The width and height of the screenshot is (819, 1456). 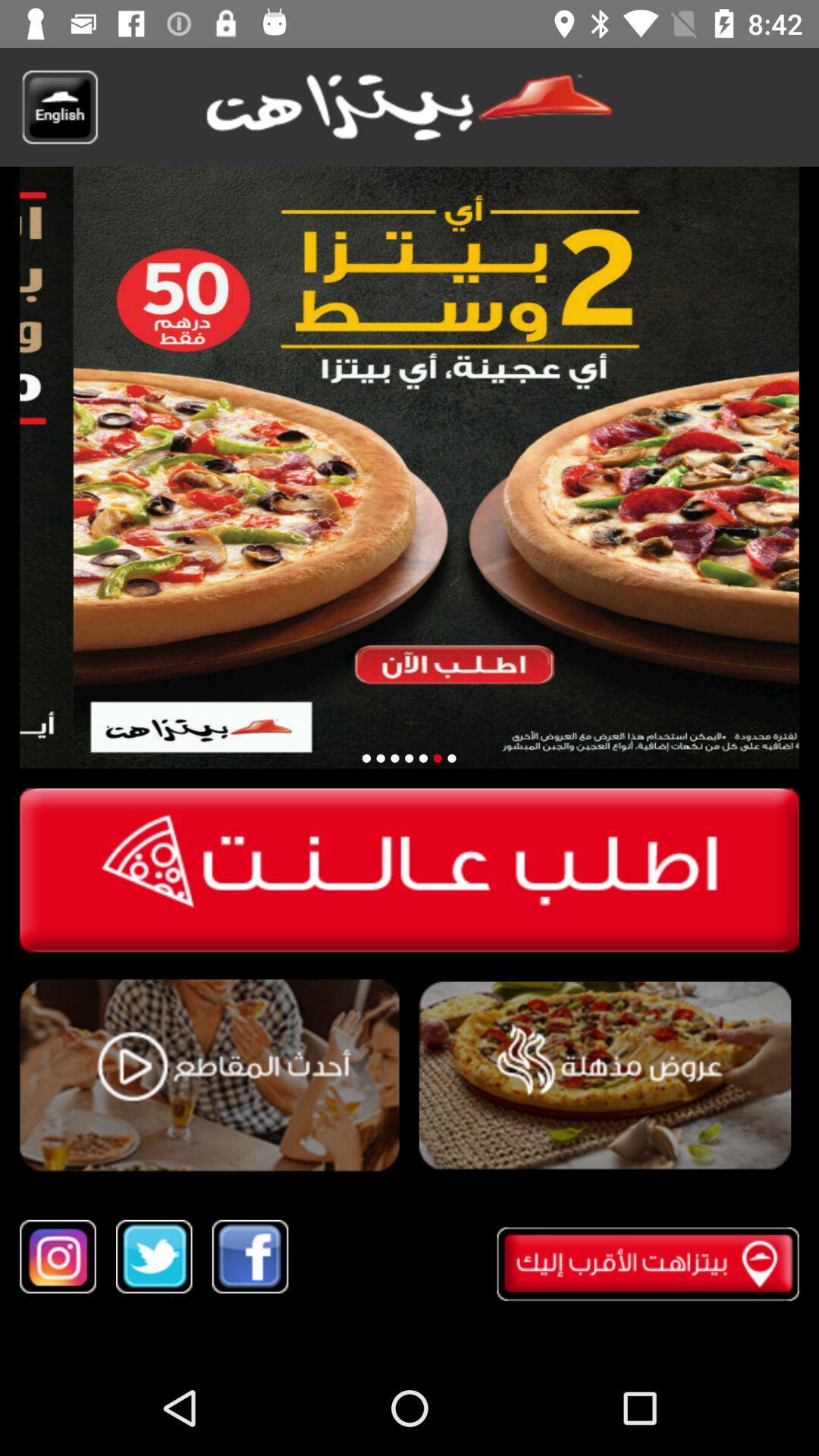 What do you see at coordinates (209, 1075) in the screenshot?
I see `this option` at bounding box center [209, 1075].